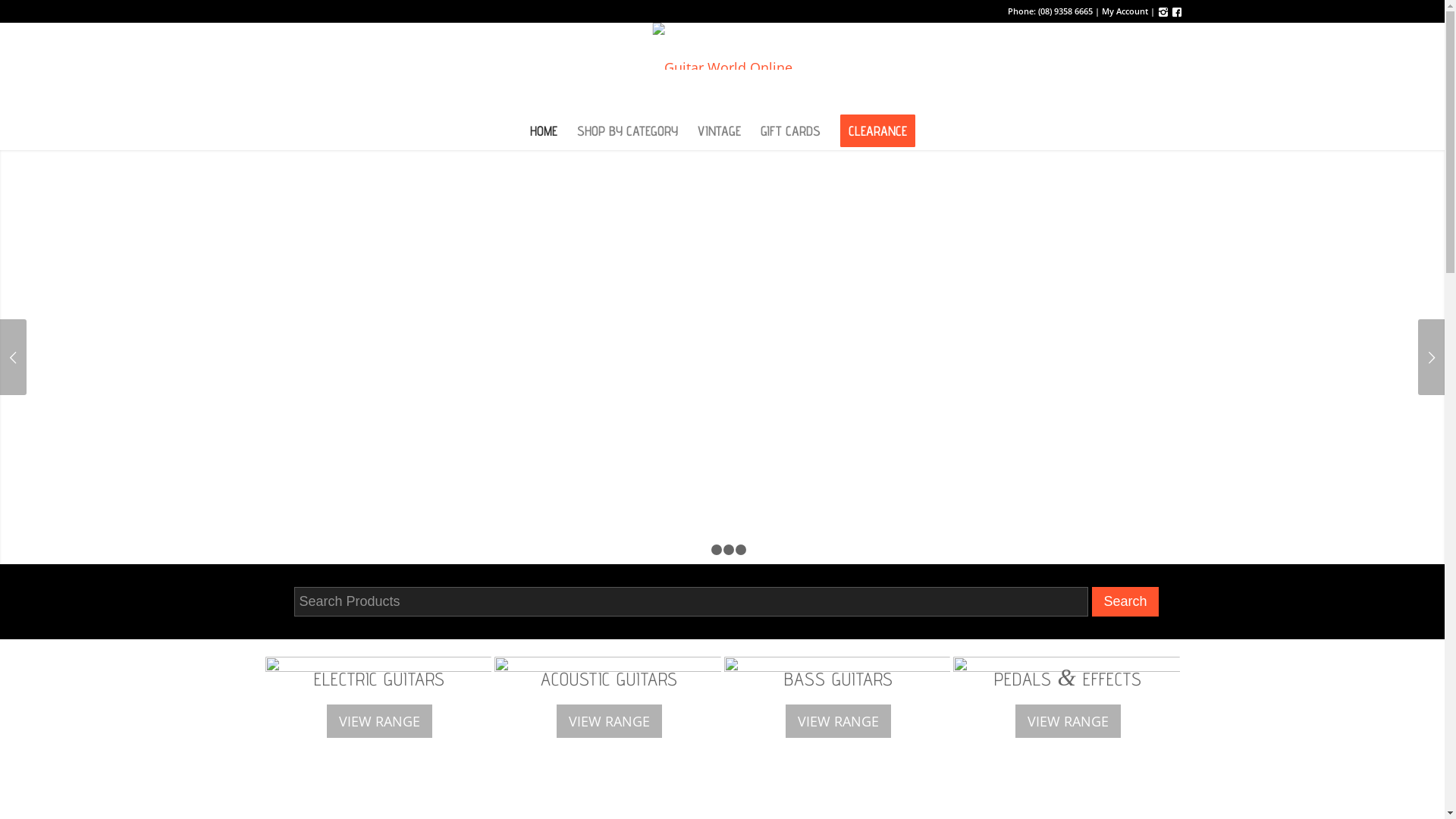 The image size is (1456, 819). What do you see at coordinates (1430, 356) in the screenshot?
I see `'Next'` at bounding box center [1430, 356].